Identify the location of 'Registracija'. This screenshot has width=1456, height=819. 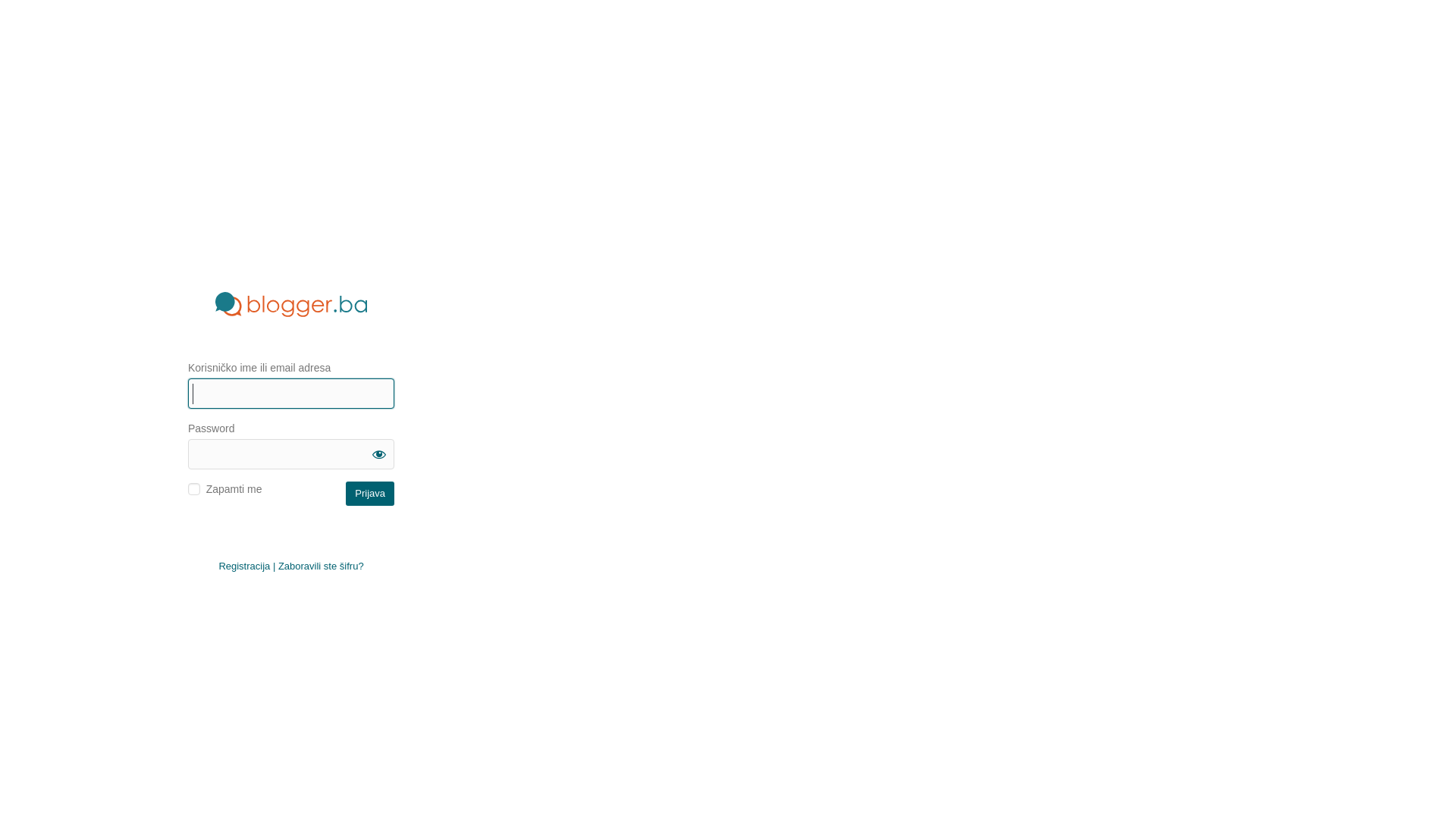
(243, 566).